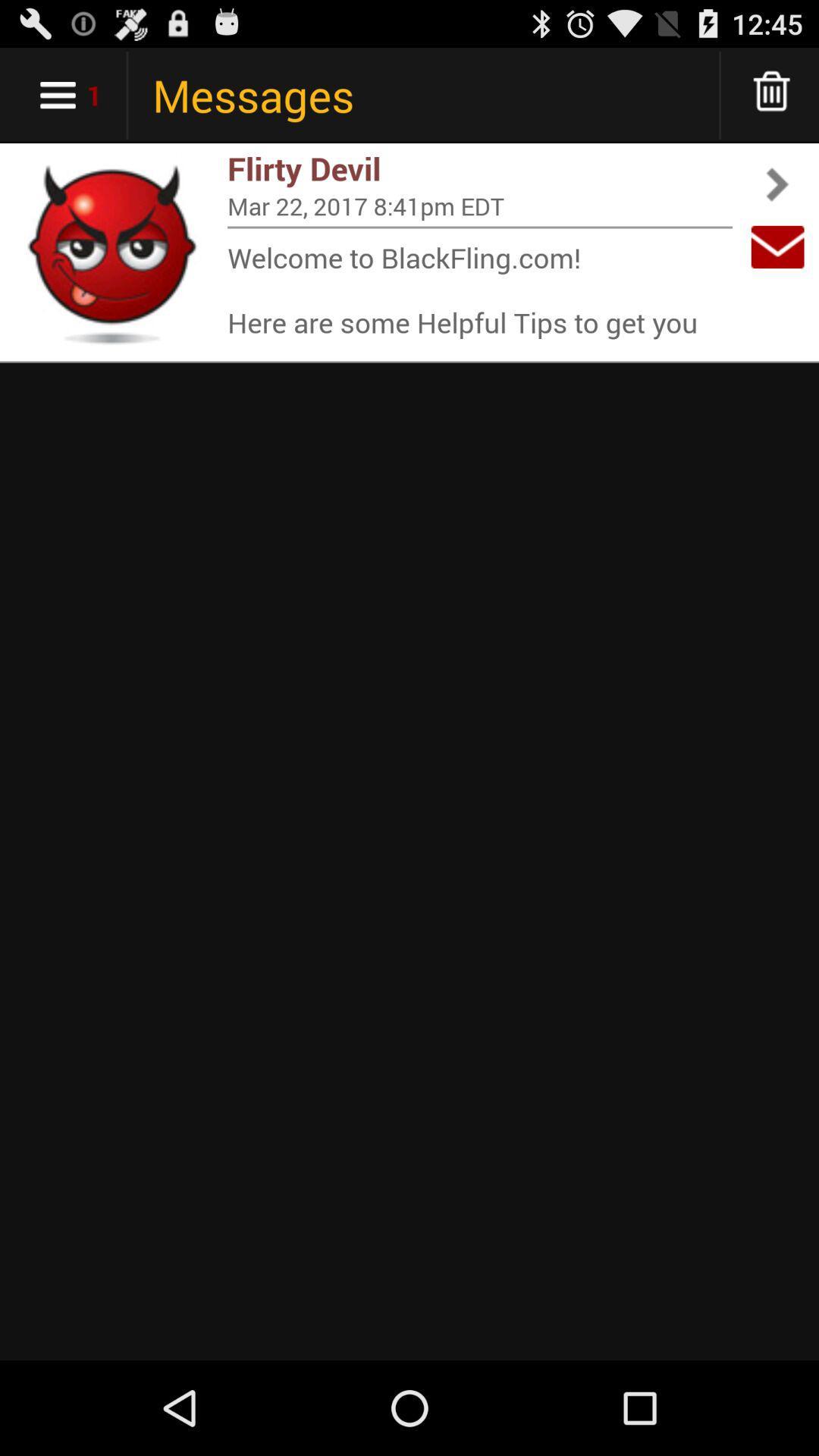  Describe the element at coordinates (479, 205) in the screenshot. I see `the mar 22 2017 app` at that location.